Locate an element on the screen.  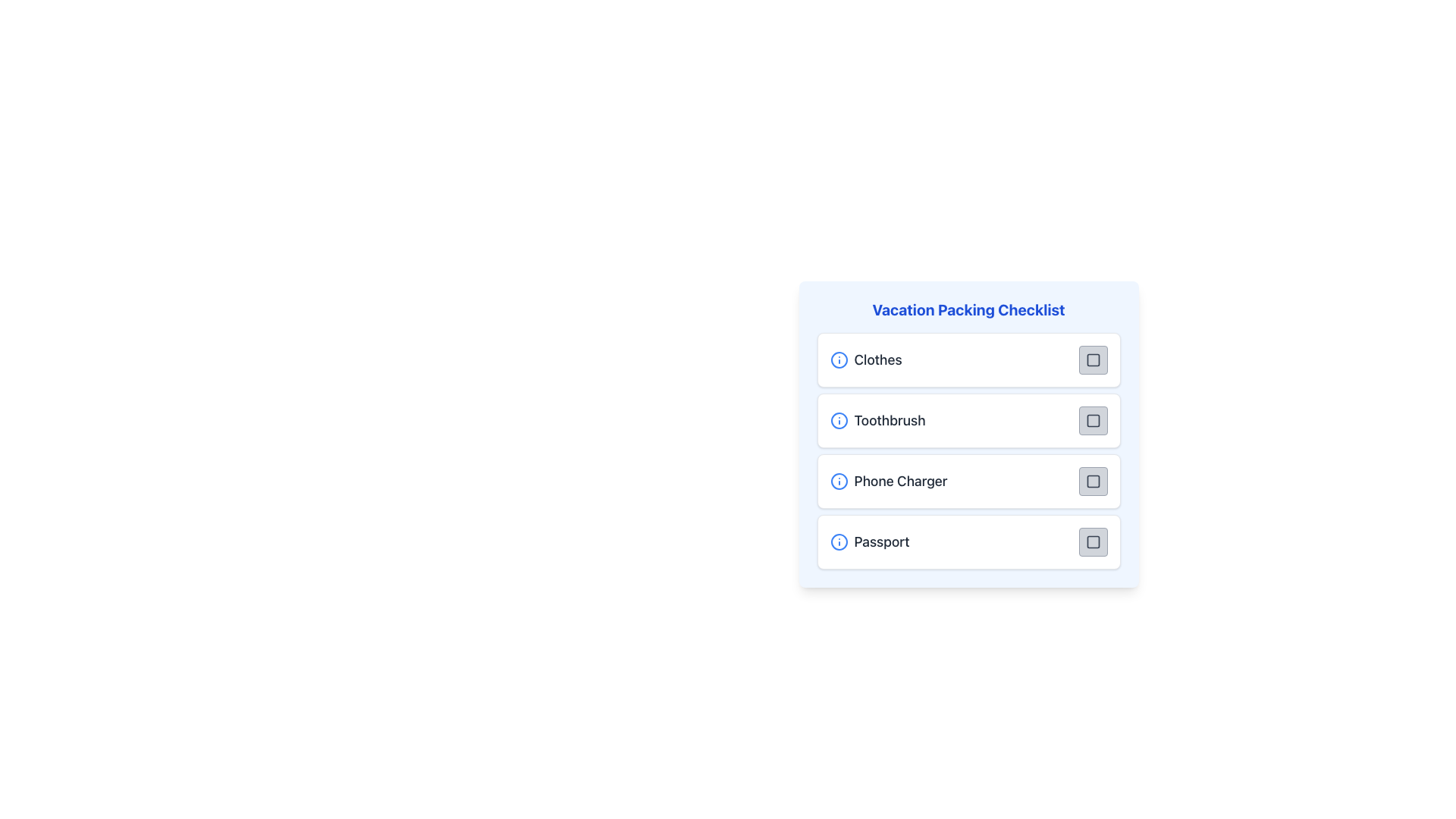
decorative informational icon with a blue outline and fill located next to the 'Toothbrush' label in the second row of the 'Vacation Packing Checklist.' is located at coordinates (838, 421).